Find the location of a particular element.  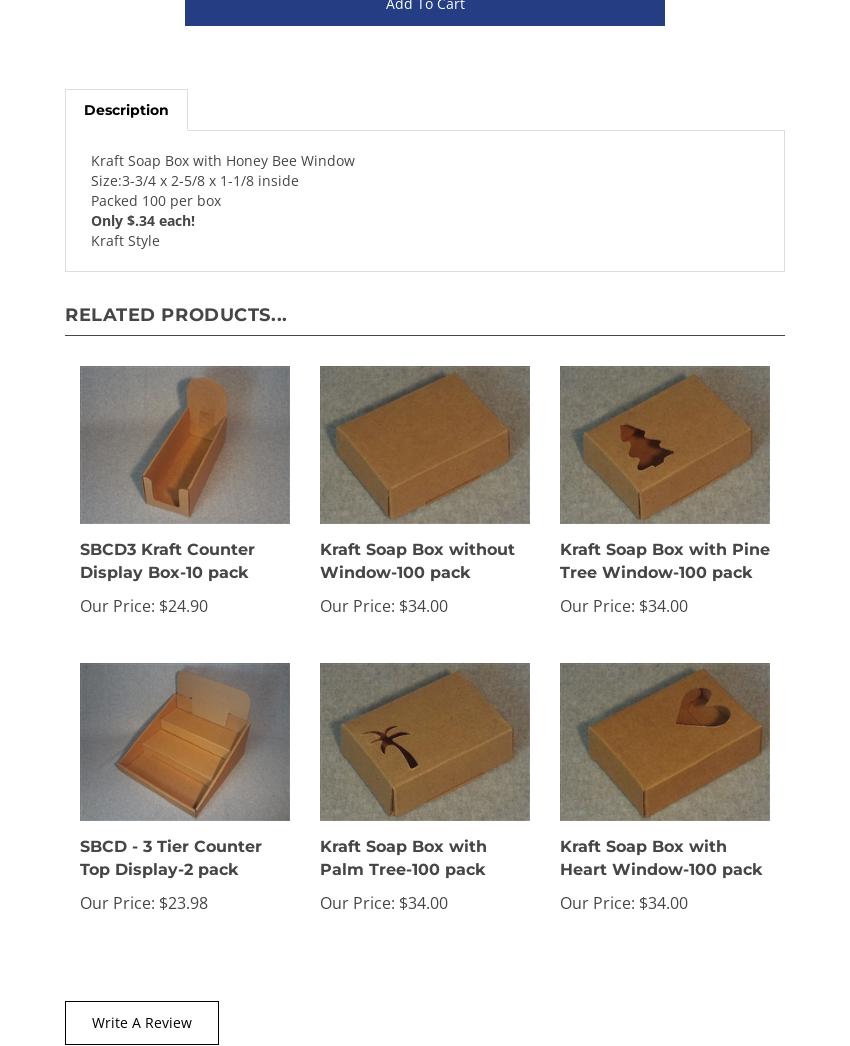

'Description' is located at coordinates (125, 109).